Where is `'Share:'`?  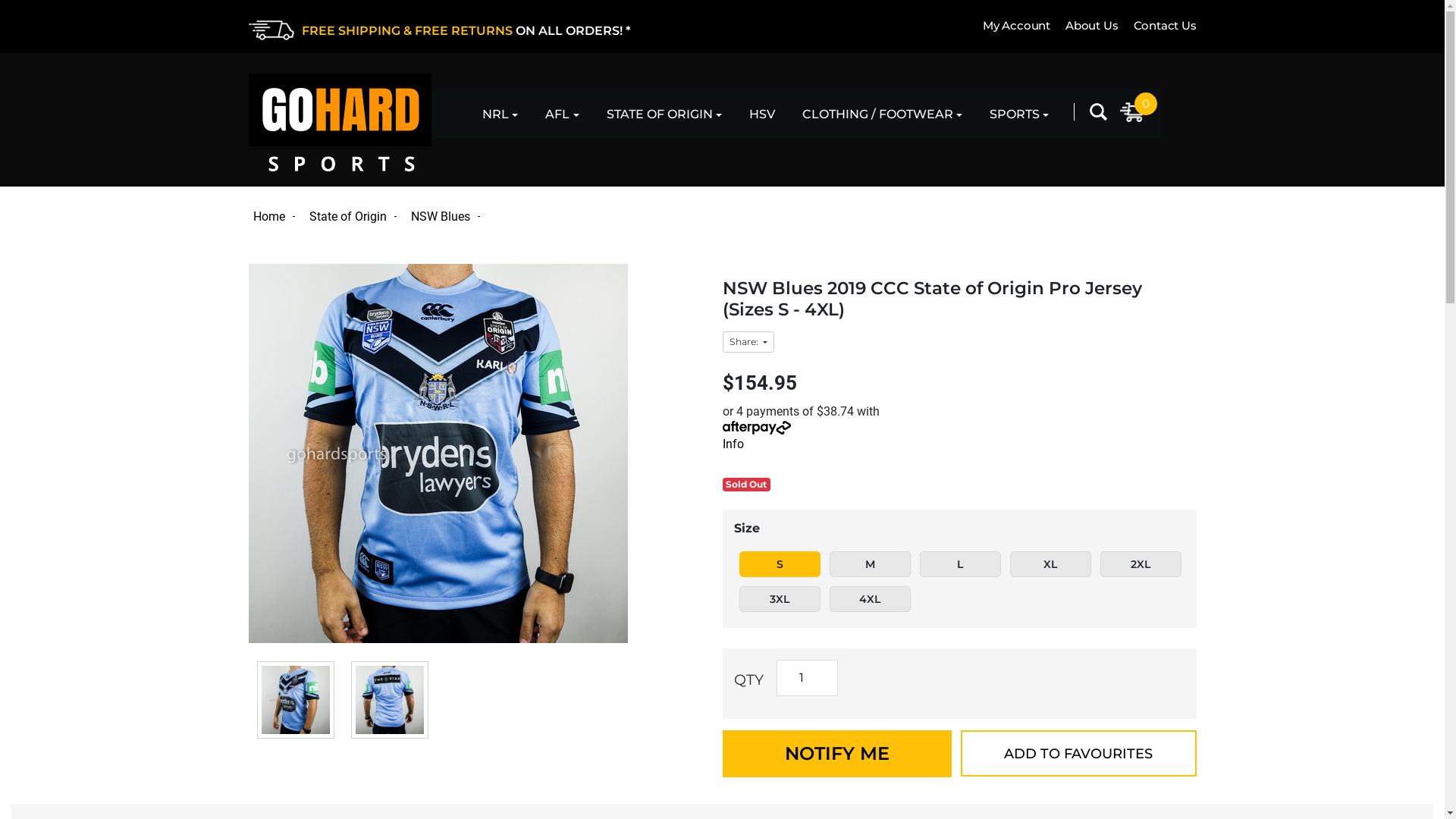 'Share:' is located at coordinates (747, 342).